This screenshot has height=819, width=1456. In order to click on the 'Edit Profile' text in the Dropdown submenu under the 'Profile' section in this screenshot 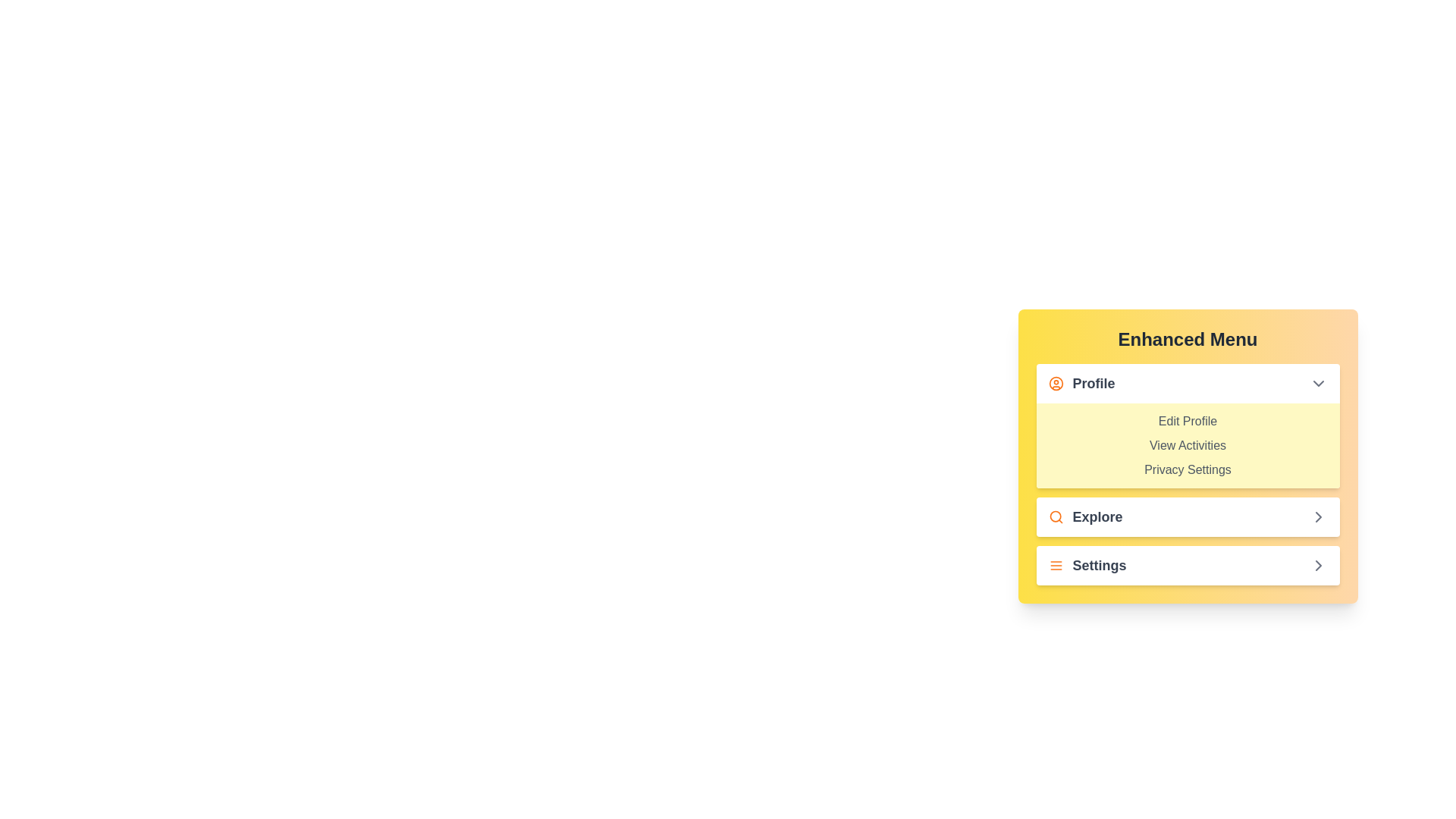, I will do `click(1187, 426)`.